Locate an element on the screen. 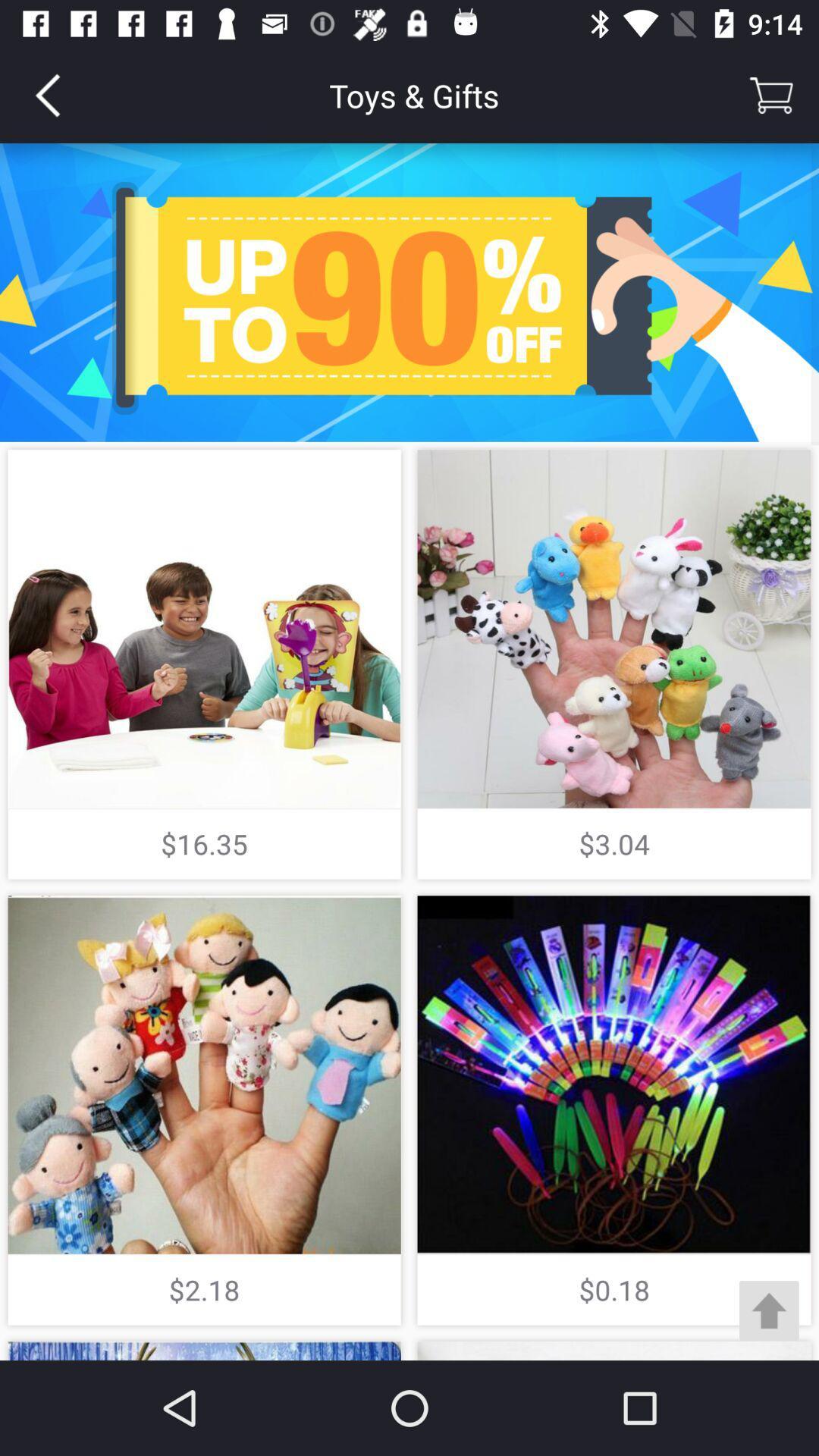 The image size is (819, 1456). scroll to top is located at coordinates (769, 1310).